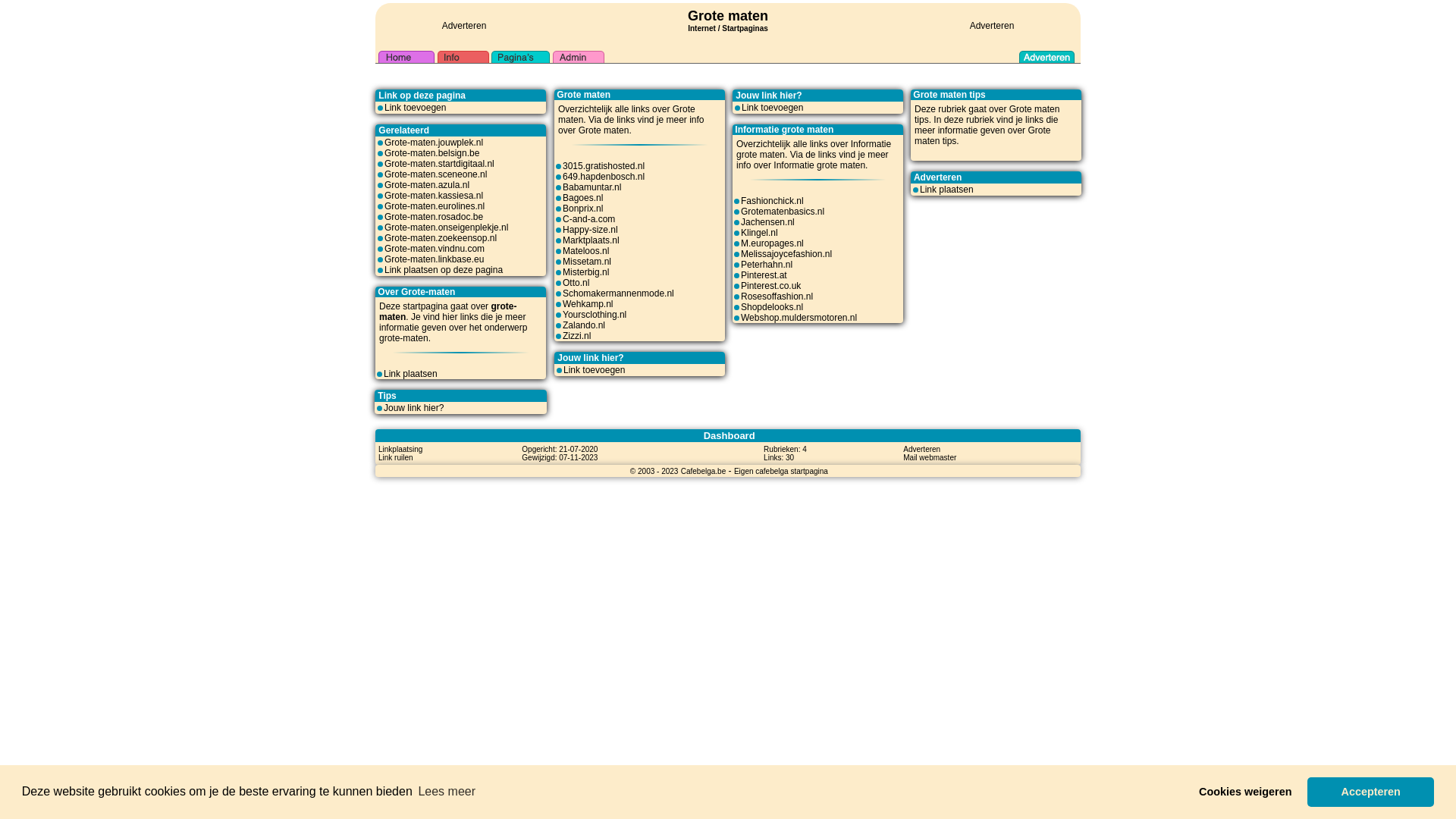 The height and width of the screenshot is (819, 1456). Describe the element at coordinates (433, 247) in the screenshot. I see `'Grote-maten.vindnu.com'` at that location.